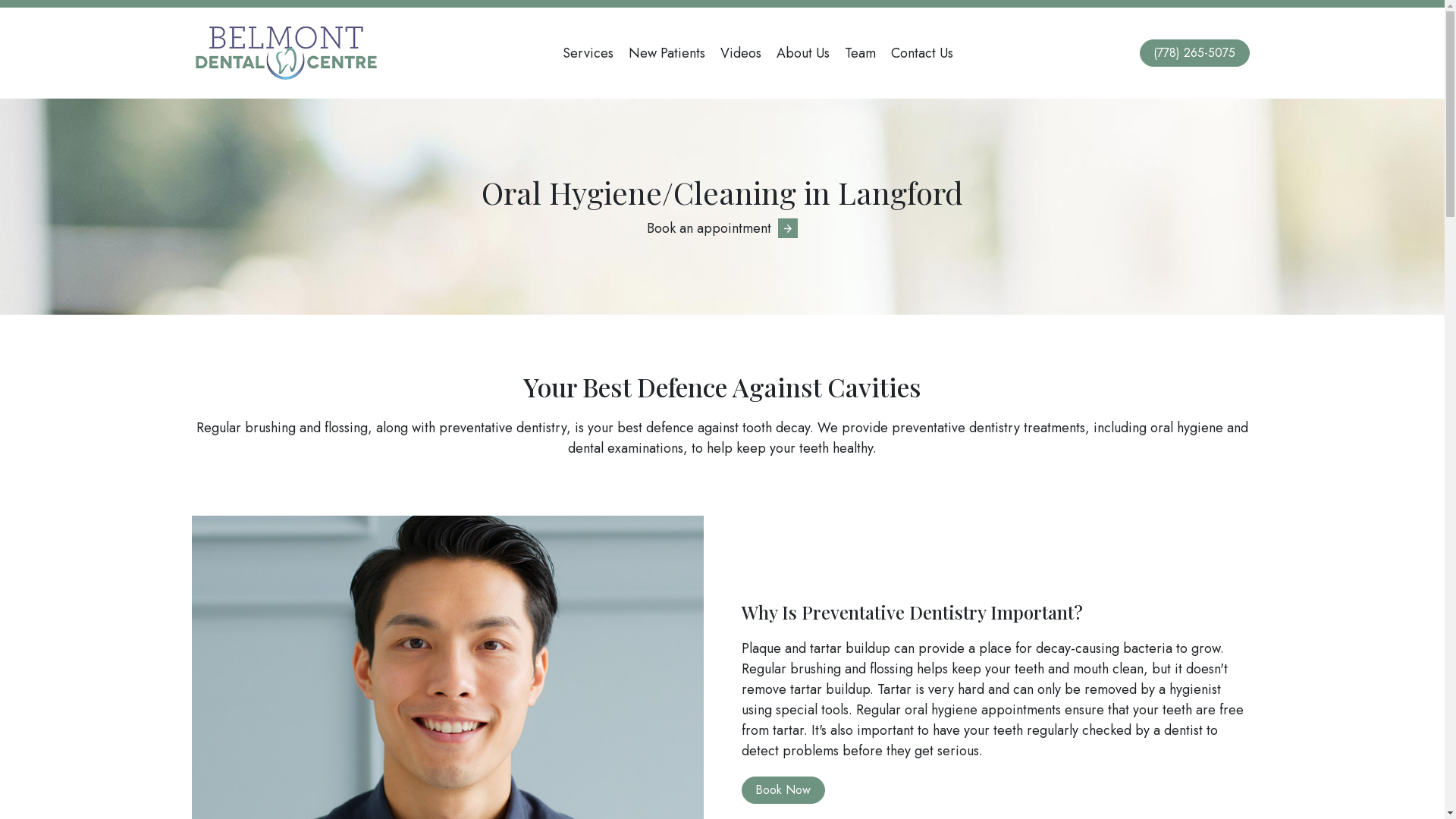  Describe the element at coordinates (783, 789) in the screenshot. I see `'Book Now'` at that location.